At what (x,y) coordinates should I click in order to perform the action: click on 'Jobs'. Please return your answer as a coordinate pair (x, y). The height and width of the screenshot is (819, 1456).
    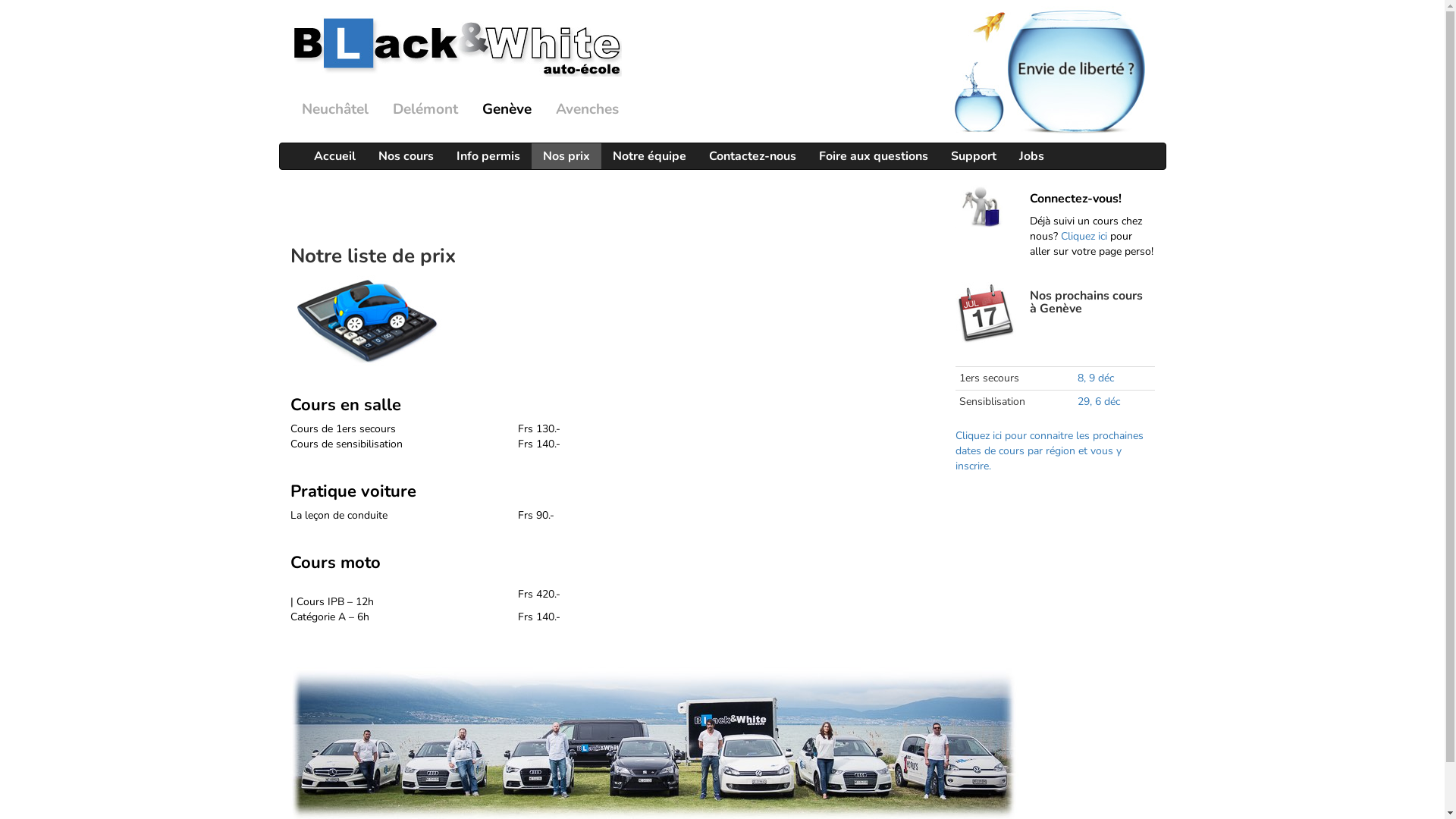
    Looking at the image, I should click on (1031, 155).